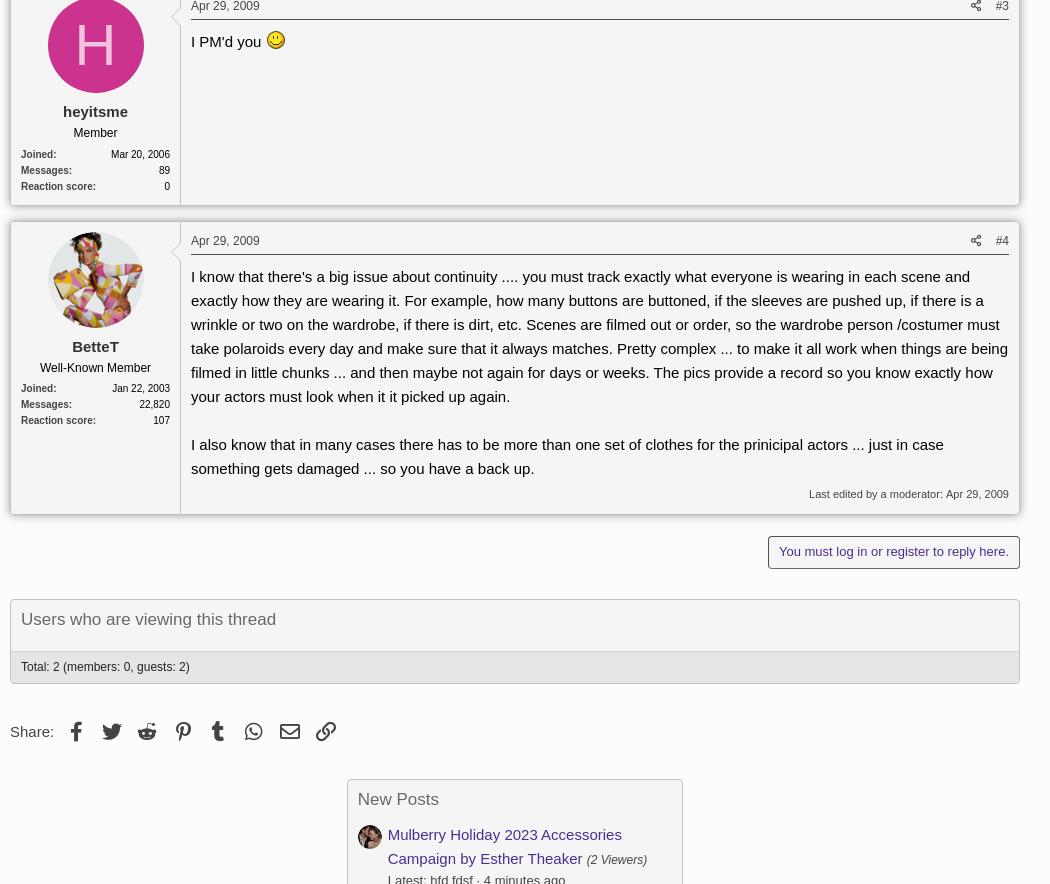  I want to click on '(2 Viewers)', so click(616, 857).